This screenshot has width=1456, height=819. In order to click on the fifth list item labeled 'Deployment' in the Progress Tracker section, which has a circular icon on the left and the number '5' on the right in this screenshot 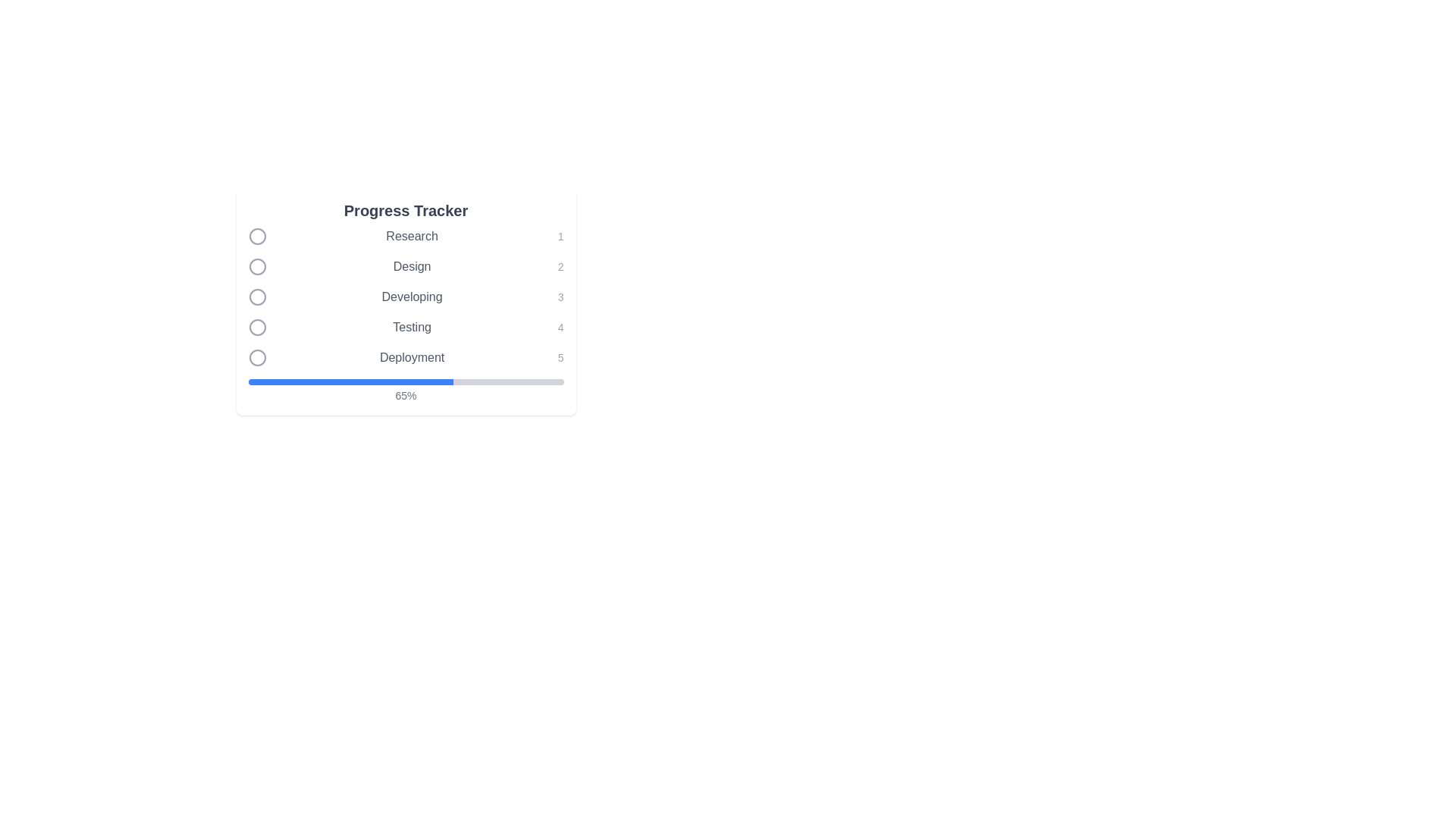, I will do `click(406, 357)`.